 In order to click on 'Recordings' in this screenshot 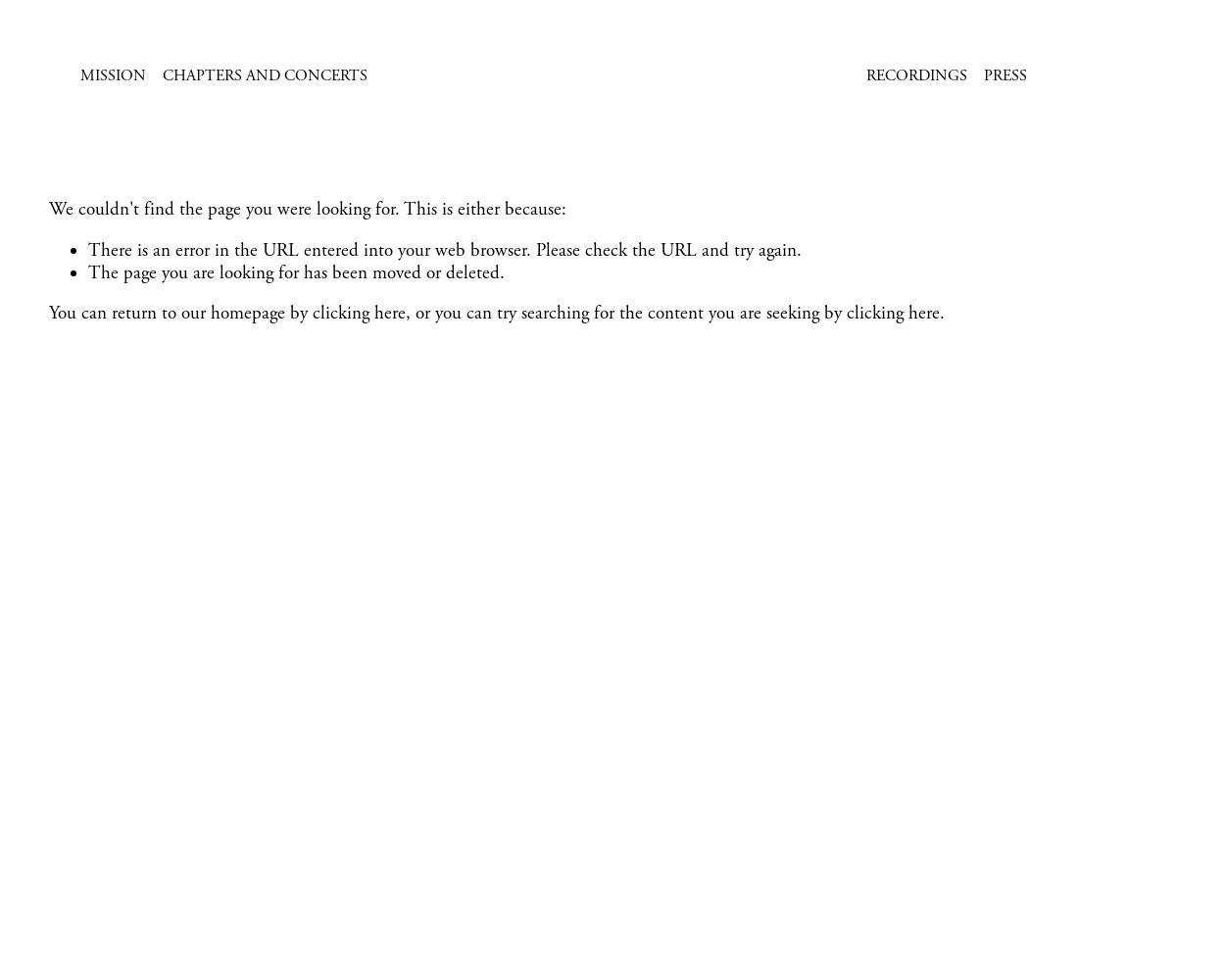, I will do `click(915, 74)`.